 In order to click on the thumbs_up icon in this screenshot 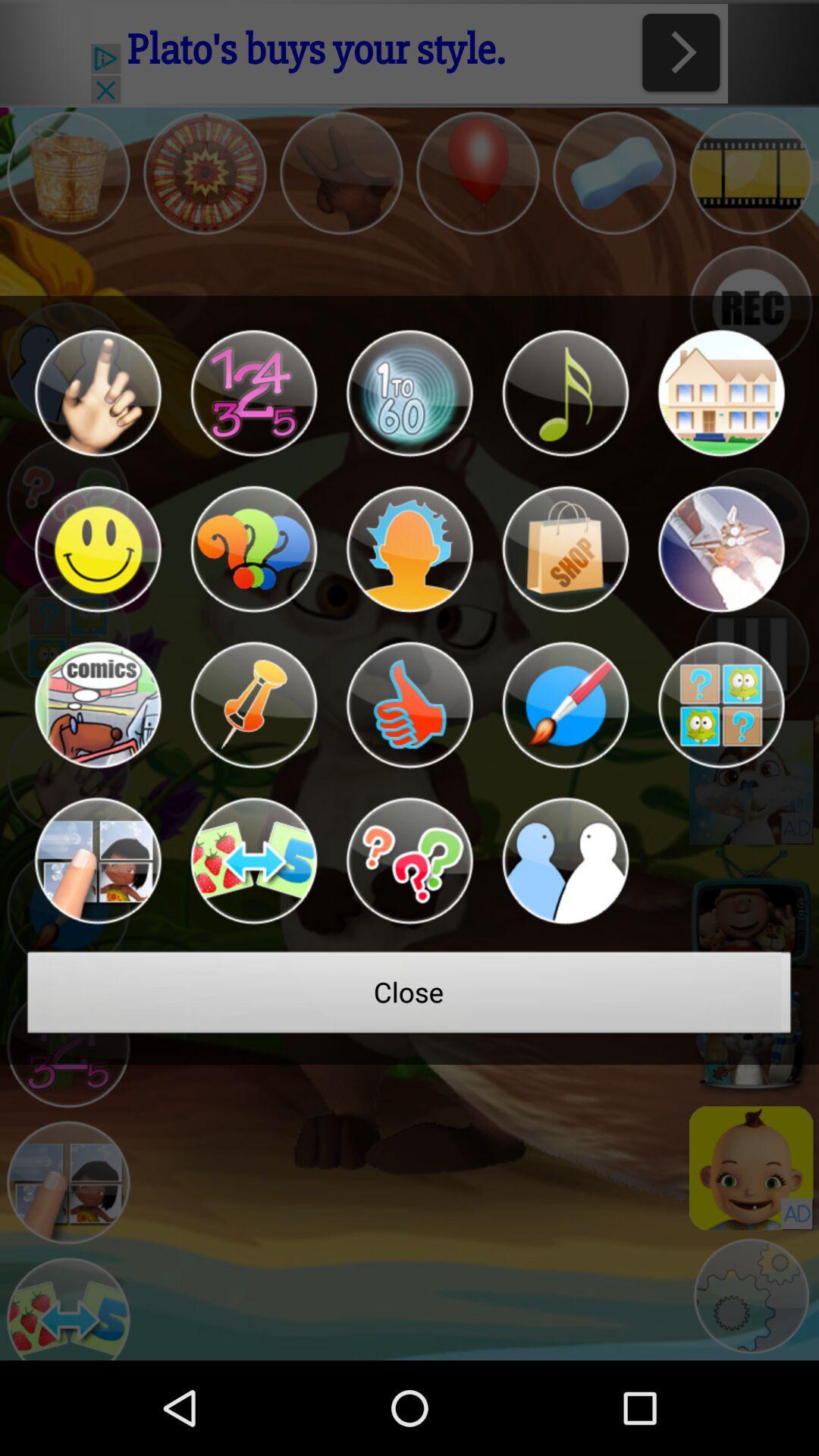, I will do `click(409, 755)`.